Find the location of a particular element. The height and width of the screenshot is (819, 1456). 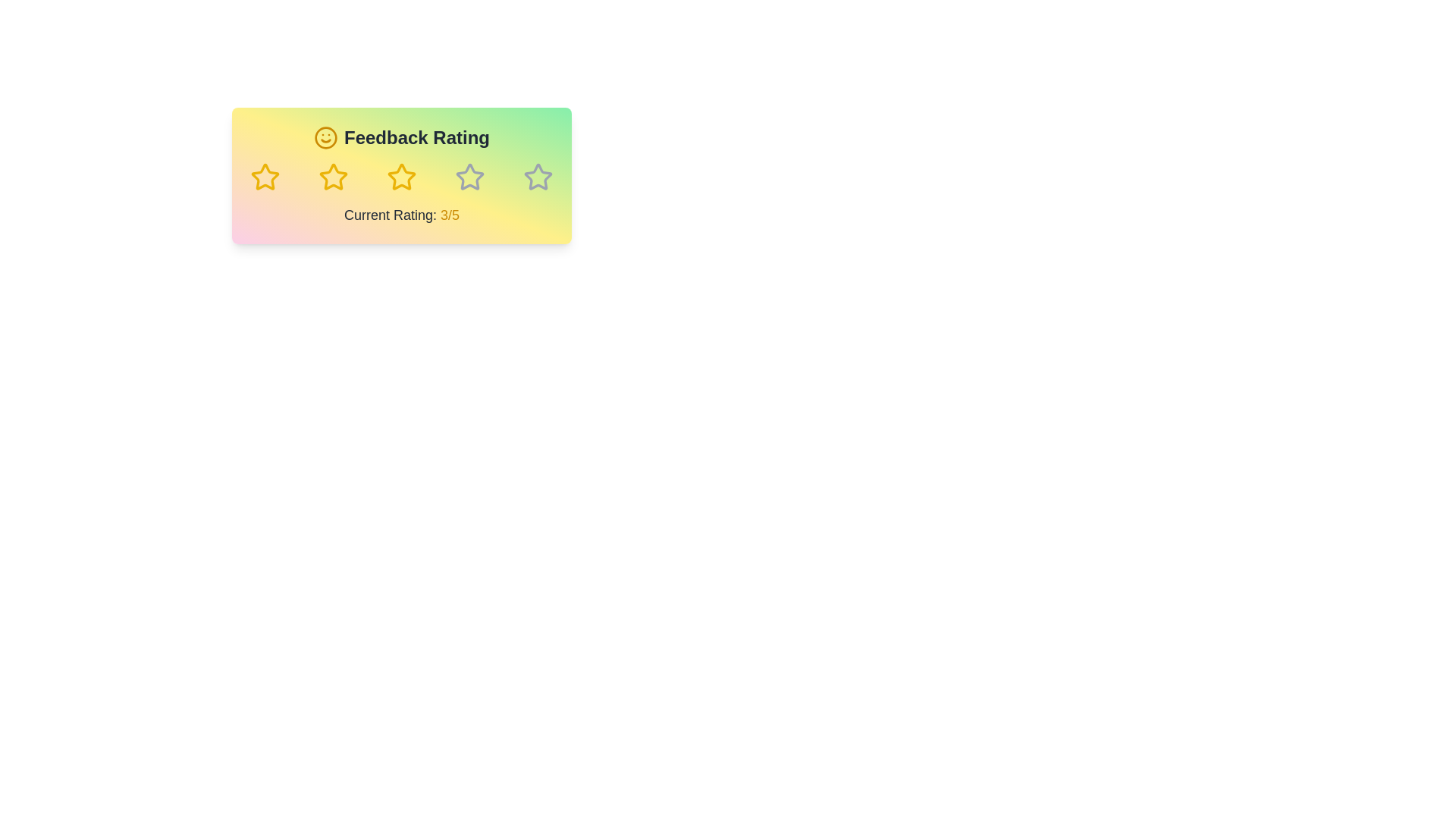

the 'Feedback Rating' text and copy it to the clipboard is located at coordinates (250, 124).